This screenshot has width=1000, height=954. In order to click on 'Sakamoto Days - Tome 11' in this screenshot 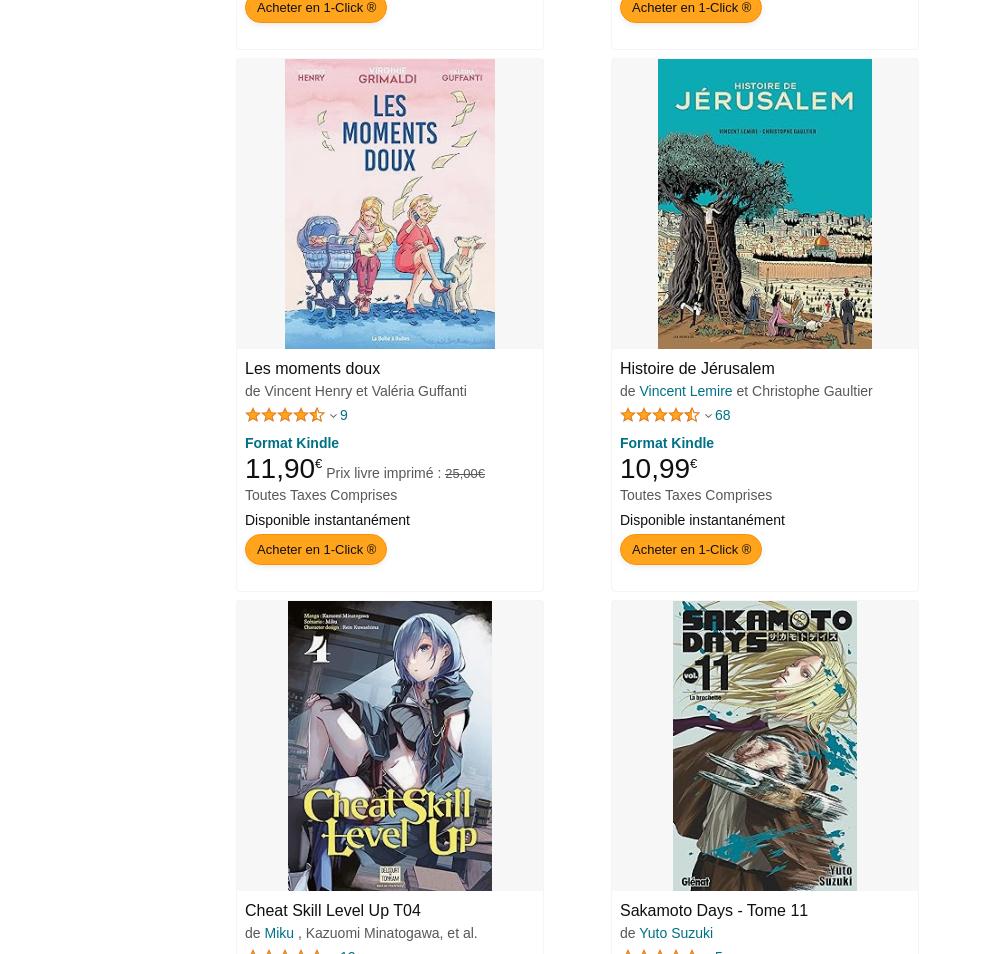, I will do `click(619, 910)`.